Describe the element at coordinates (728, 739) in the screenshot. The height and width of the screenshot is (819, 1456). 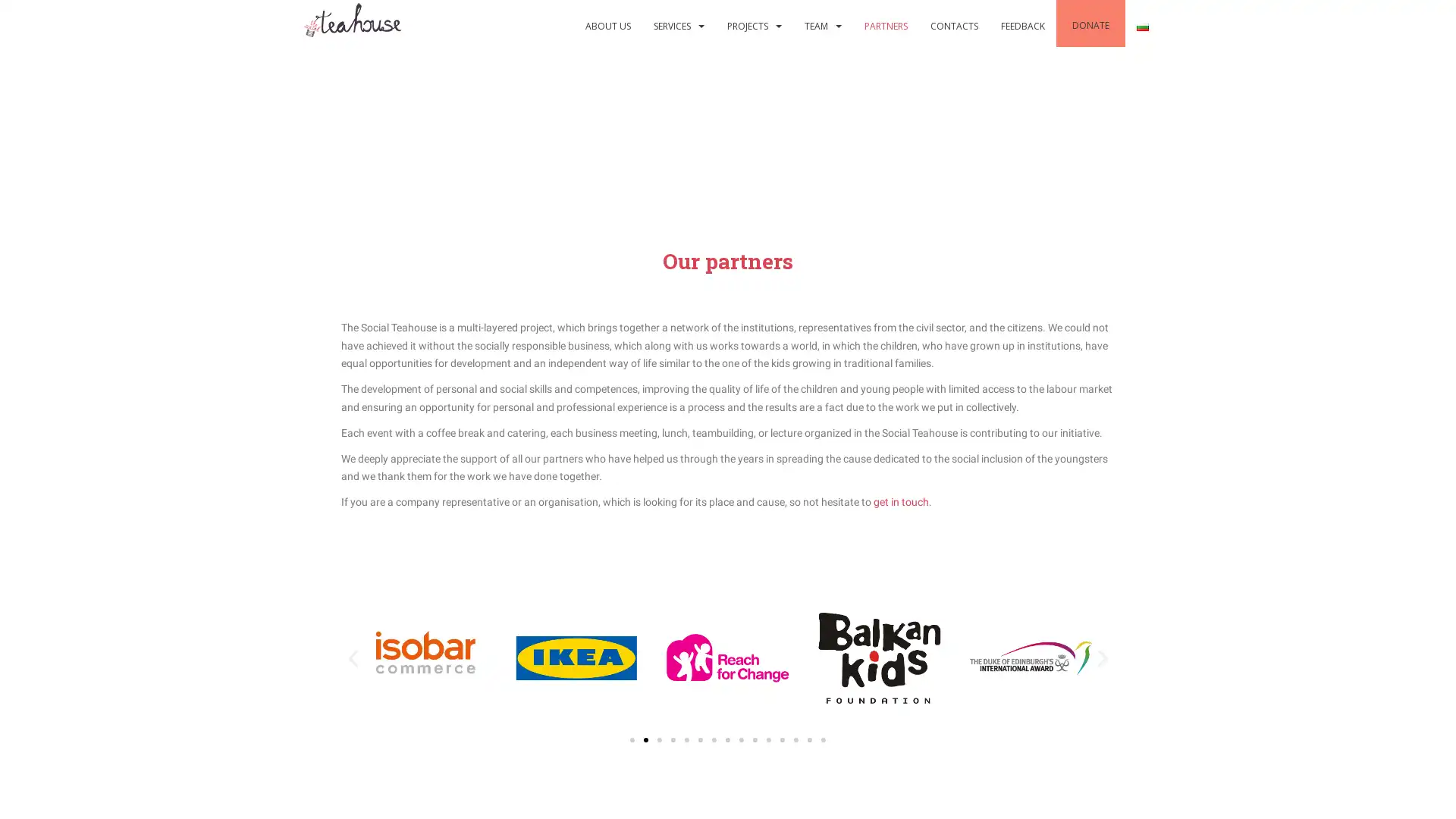
I see `Go to slide 8` at that location.